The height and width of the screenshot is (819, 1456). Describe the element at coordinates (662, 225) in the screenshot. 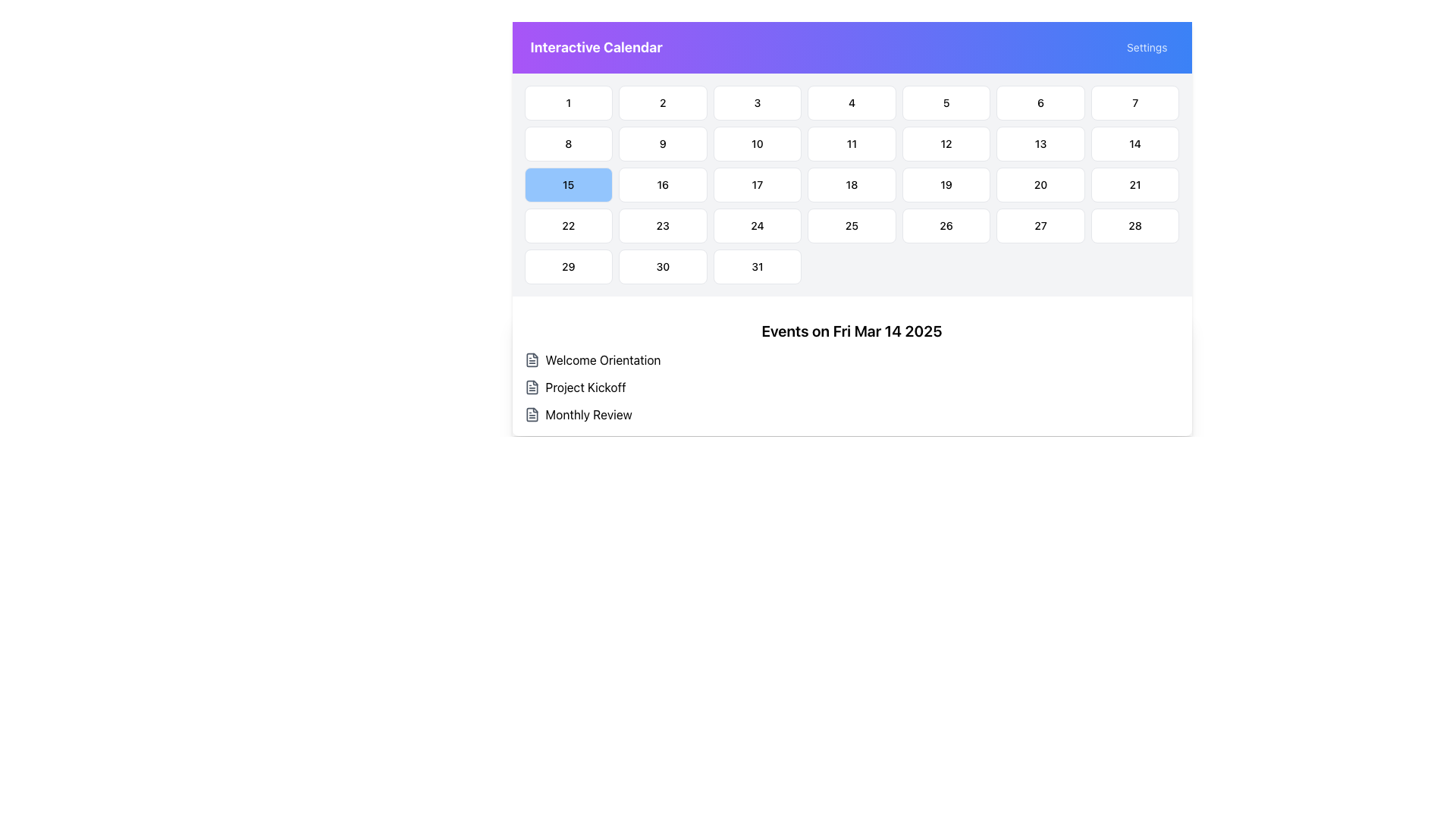

I see `the Date cell representing the date '23' in the calendar grid below the title 'Interactive Calendar'` at that location.